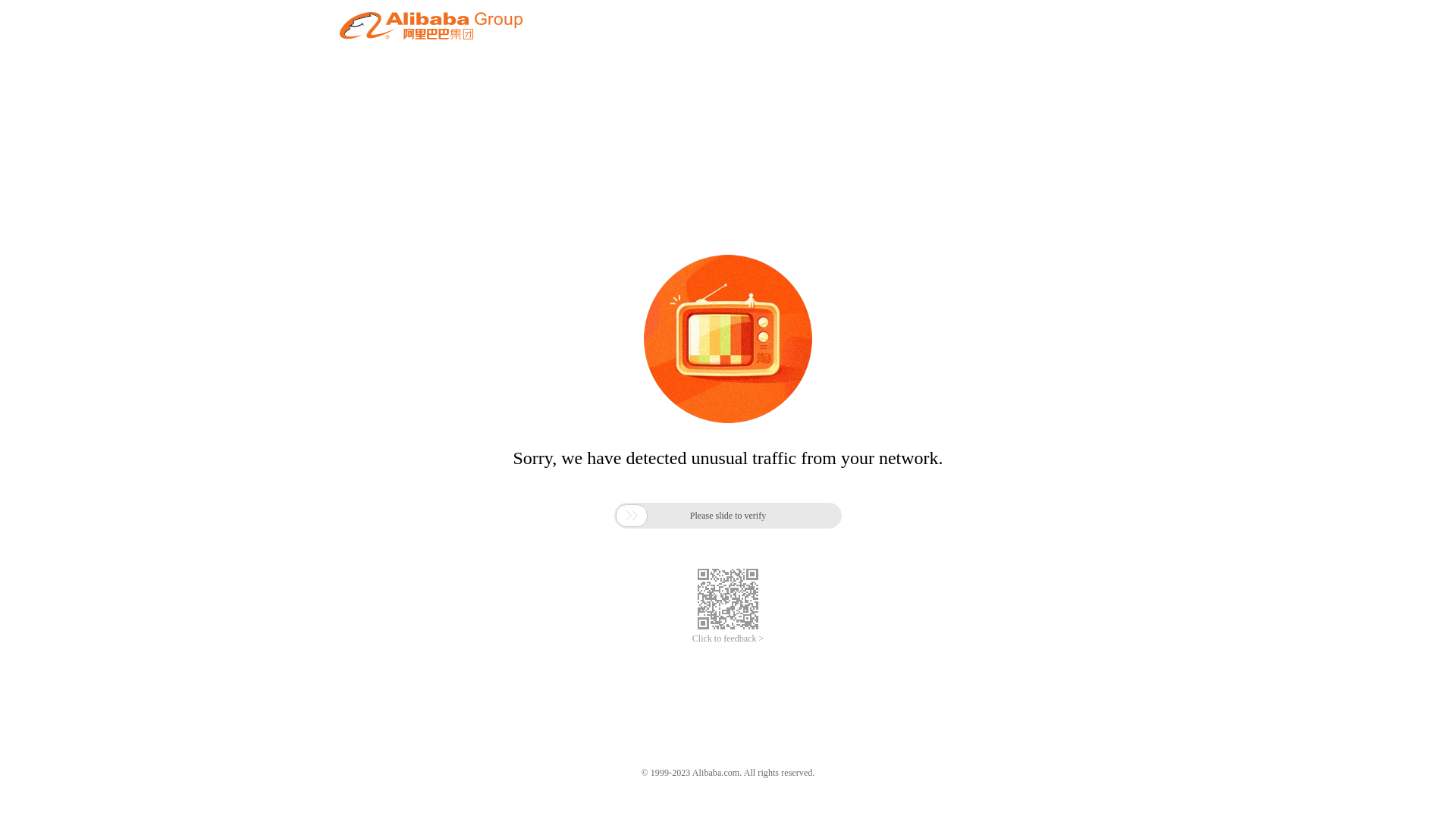 This screenshot has width=1456, height=819. I want to click on 'Click to feedback >', so click(728, 639).